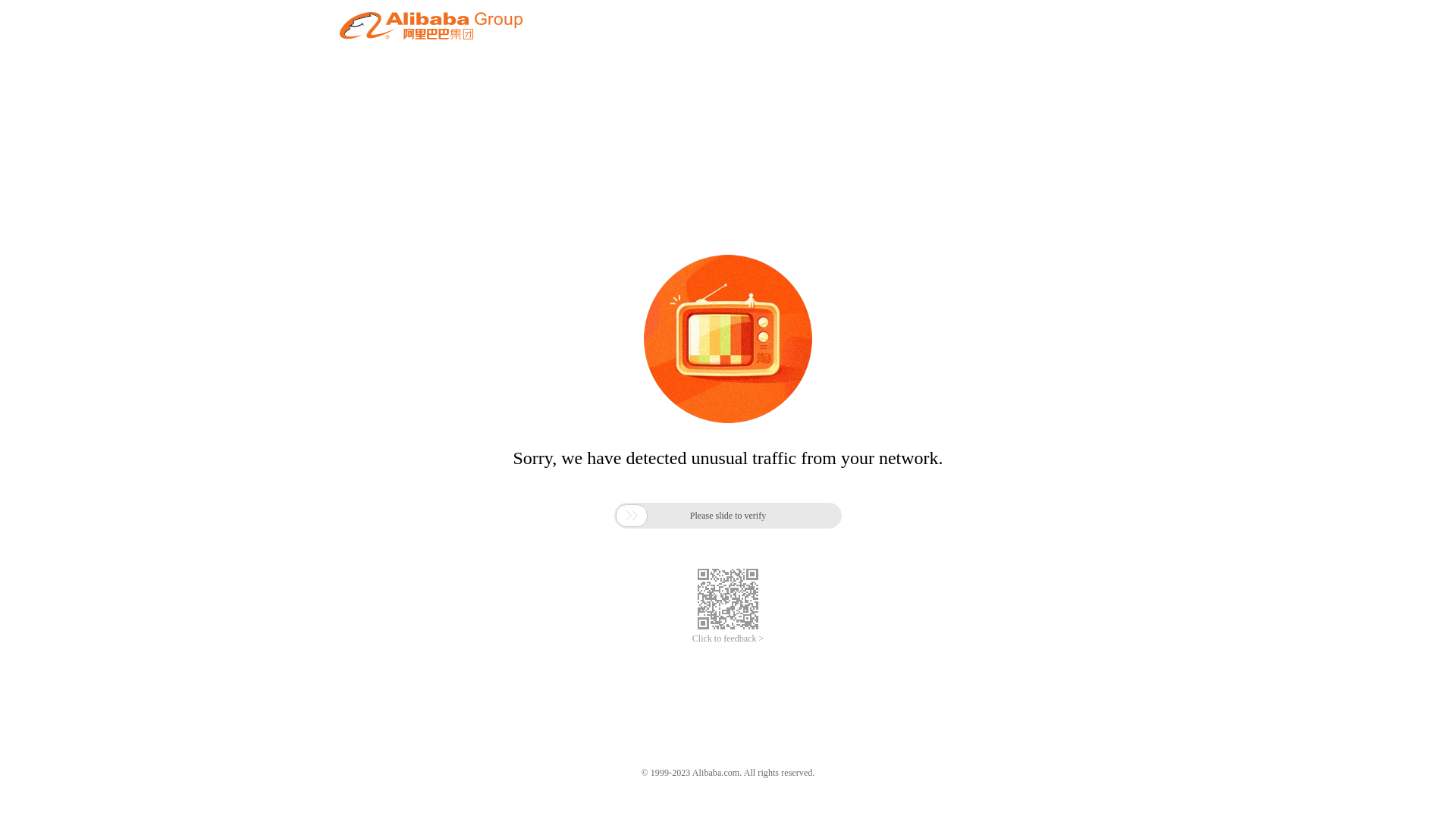 This screenshot has width=1456, height=819. I want to click on 'Click to feedback >', so click(728, 639).